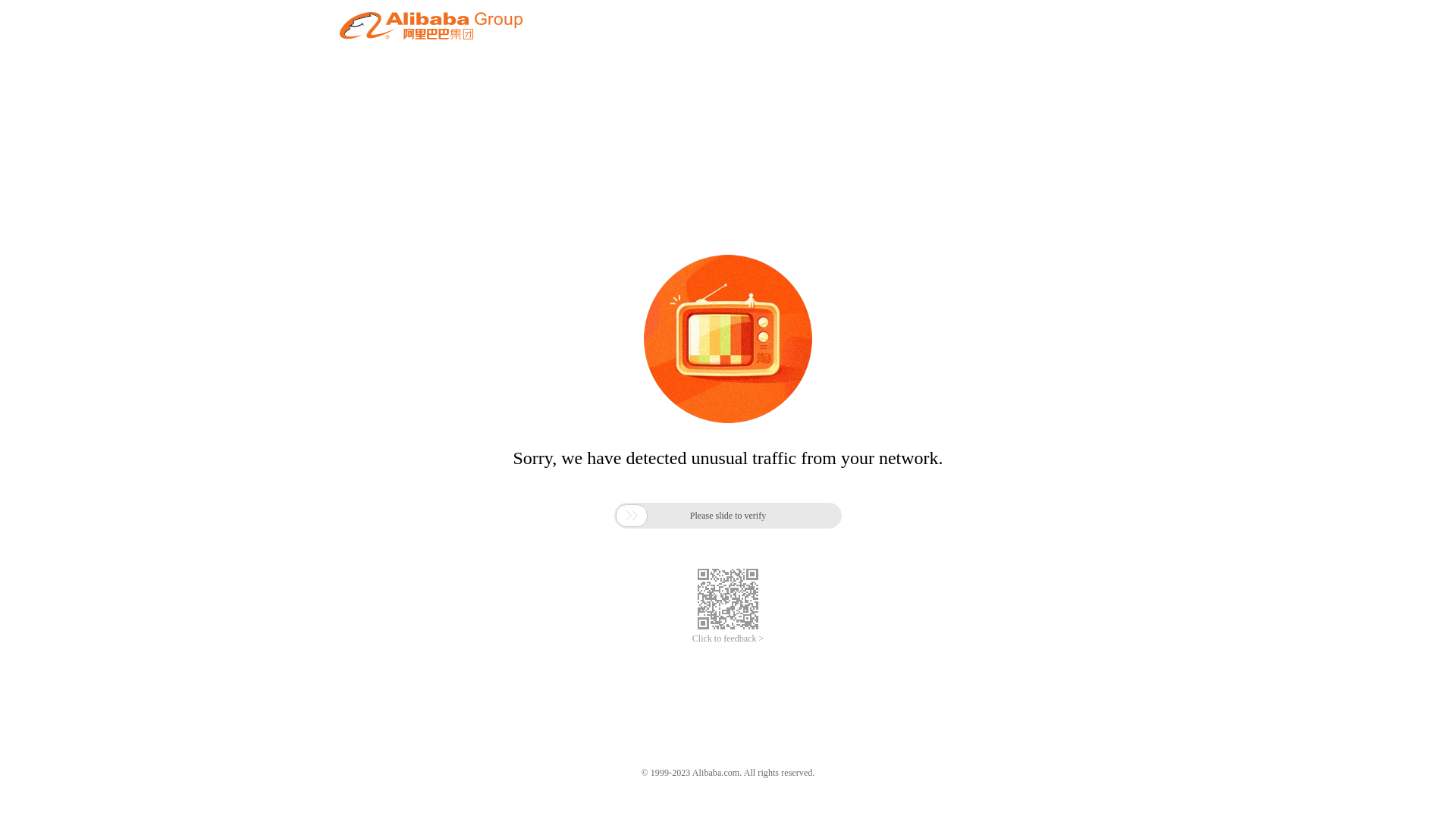 This screenshot has width=1456, height=819. I want to click on 'Click to feedback >', so click(728, 639).